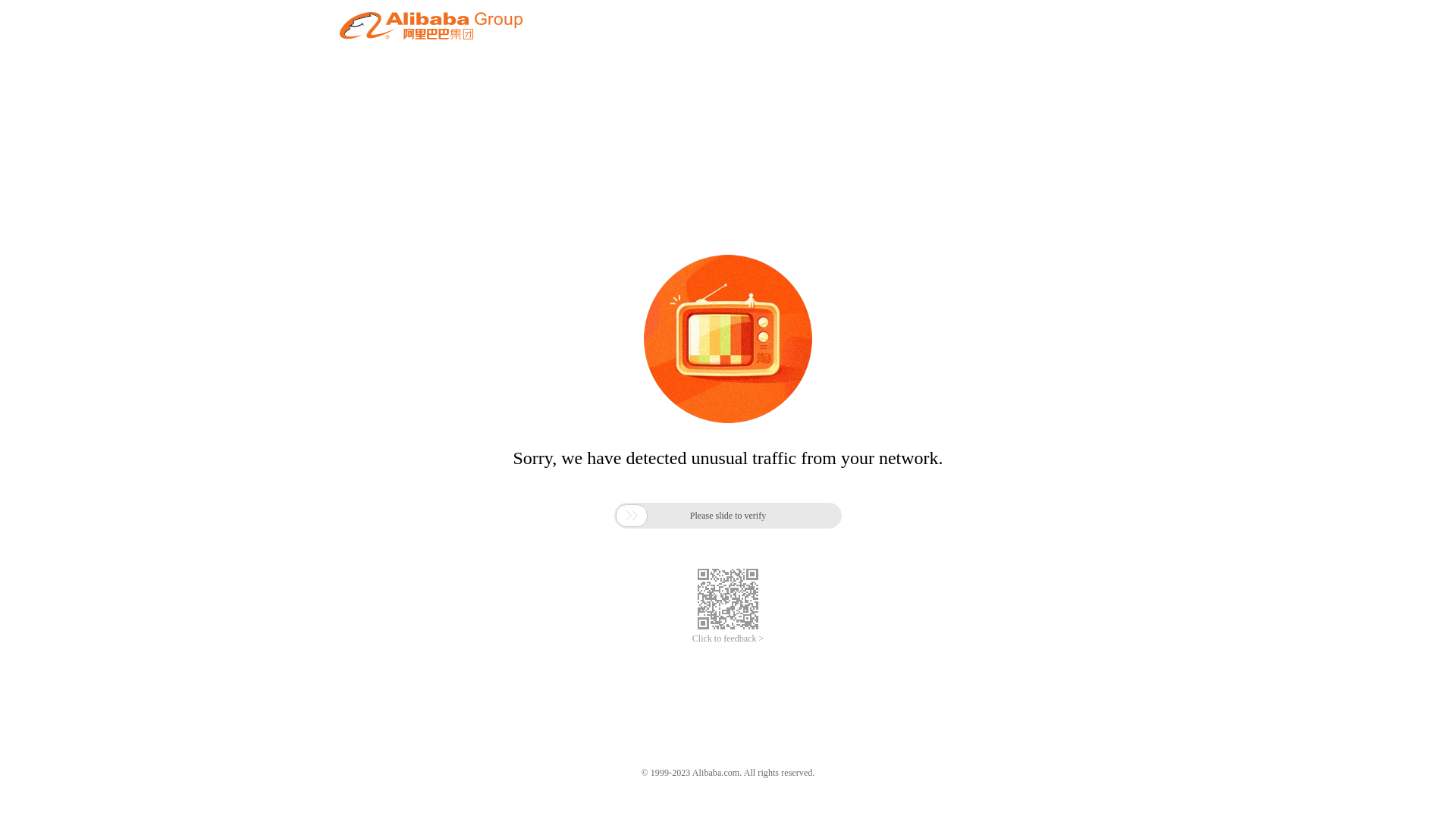 This screenshot has width=1456, height=819. I want to click on 'Click to feedback >', so click(728, 639).